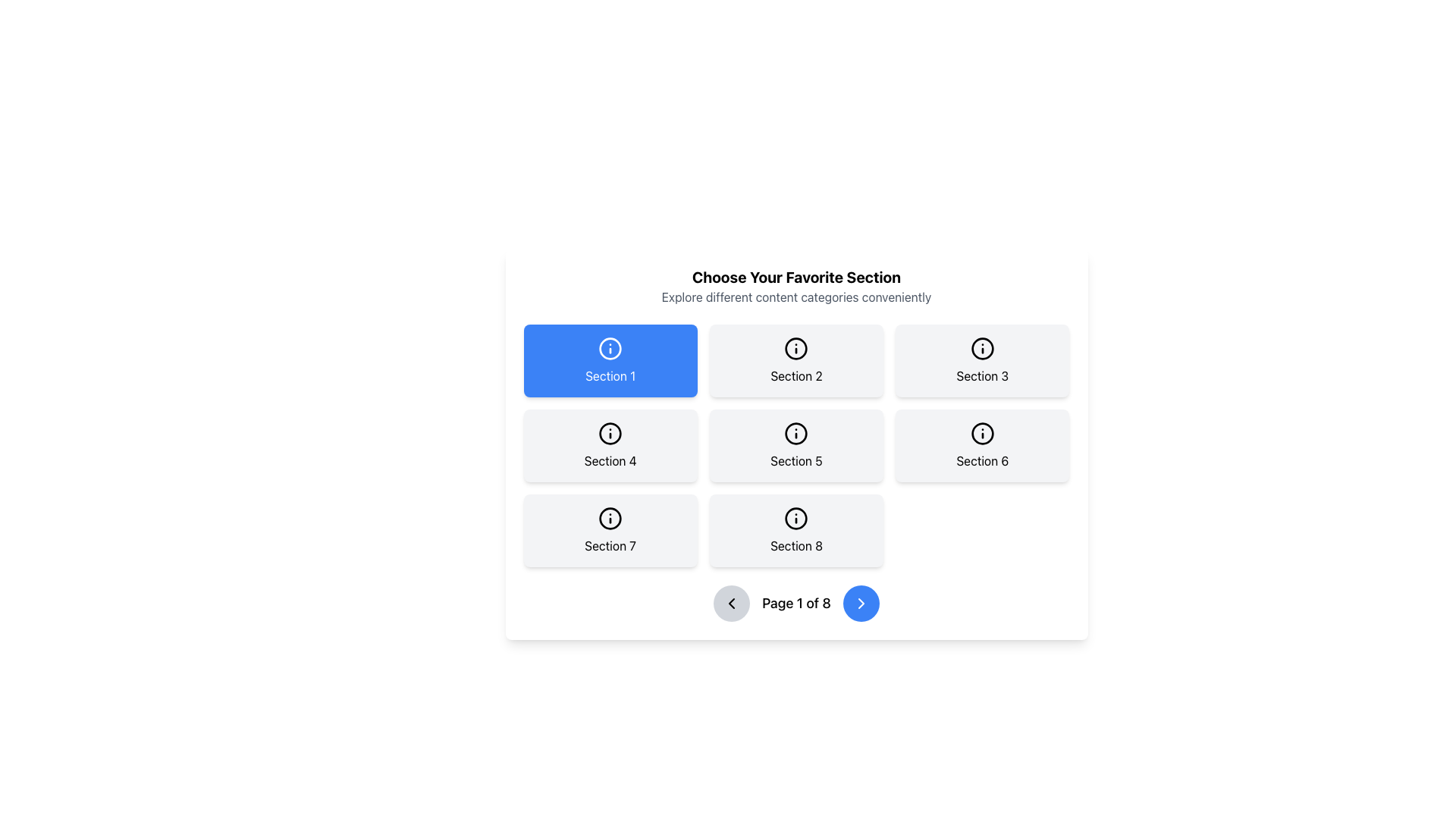  Describe the element at coordinates (610, 360) in the screenshot. I see `the button representing 'Section 1' located in the top-left corner of the 3x3 grid layout` at that location.